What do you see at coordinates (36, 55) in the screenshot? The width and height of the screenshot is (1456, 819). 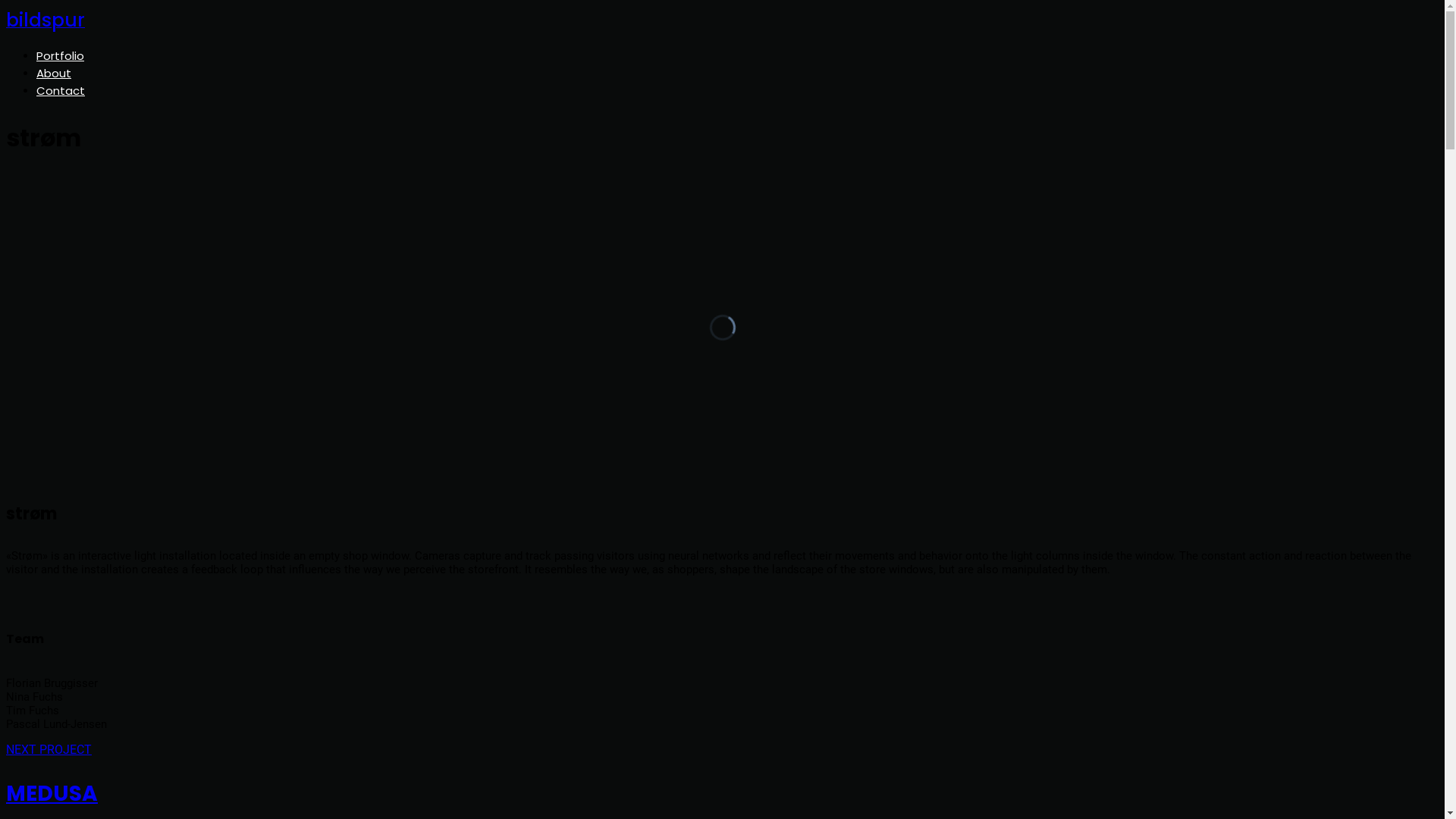 I see `'Portfolio'` at bounding box center [36, 55].